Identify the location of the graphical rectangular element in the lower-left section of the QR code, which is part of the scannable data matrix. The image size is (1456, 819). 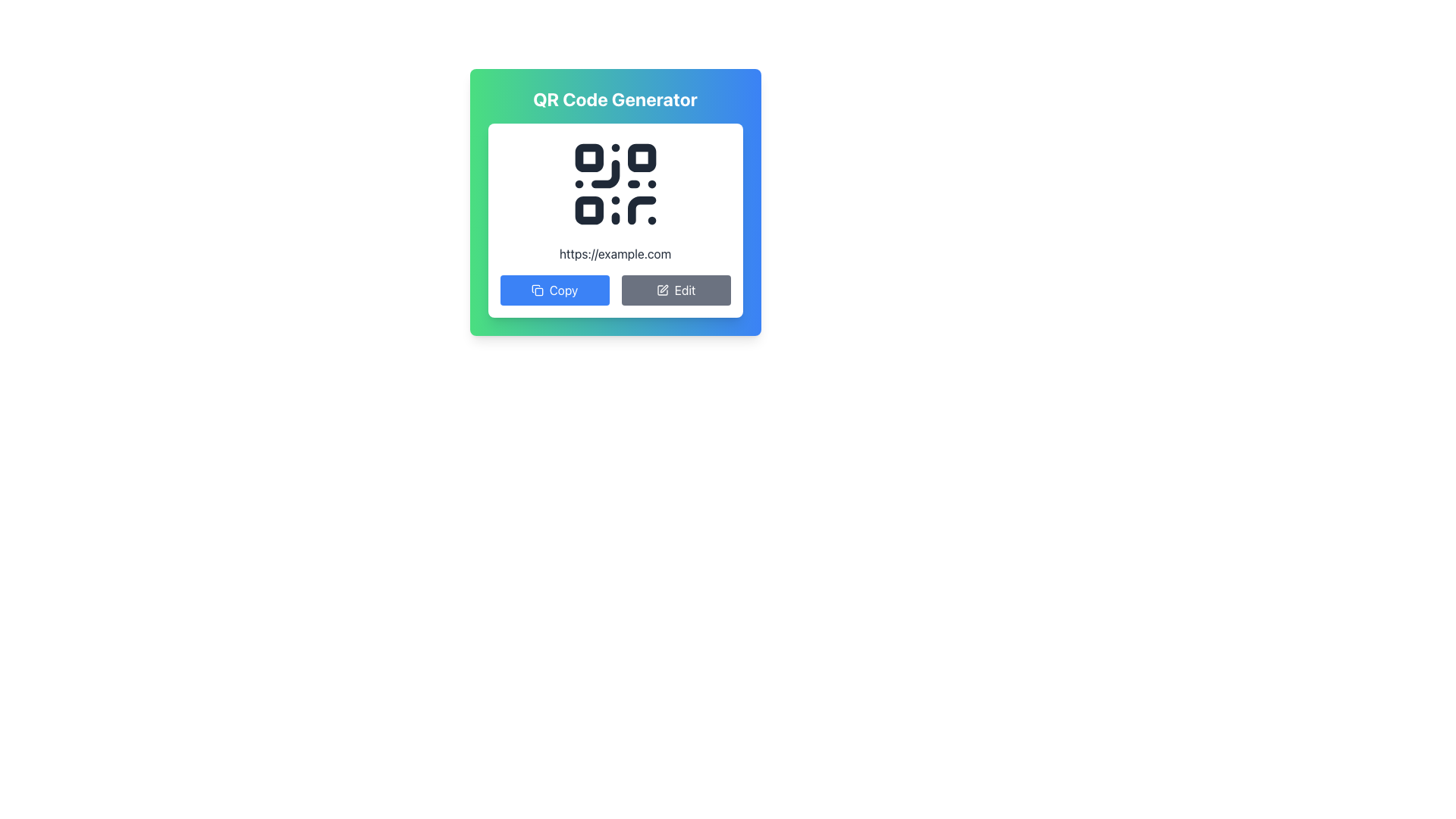
(588, 210).